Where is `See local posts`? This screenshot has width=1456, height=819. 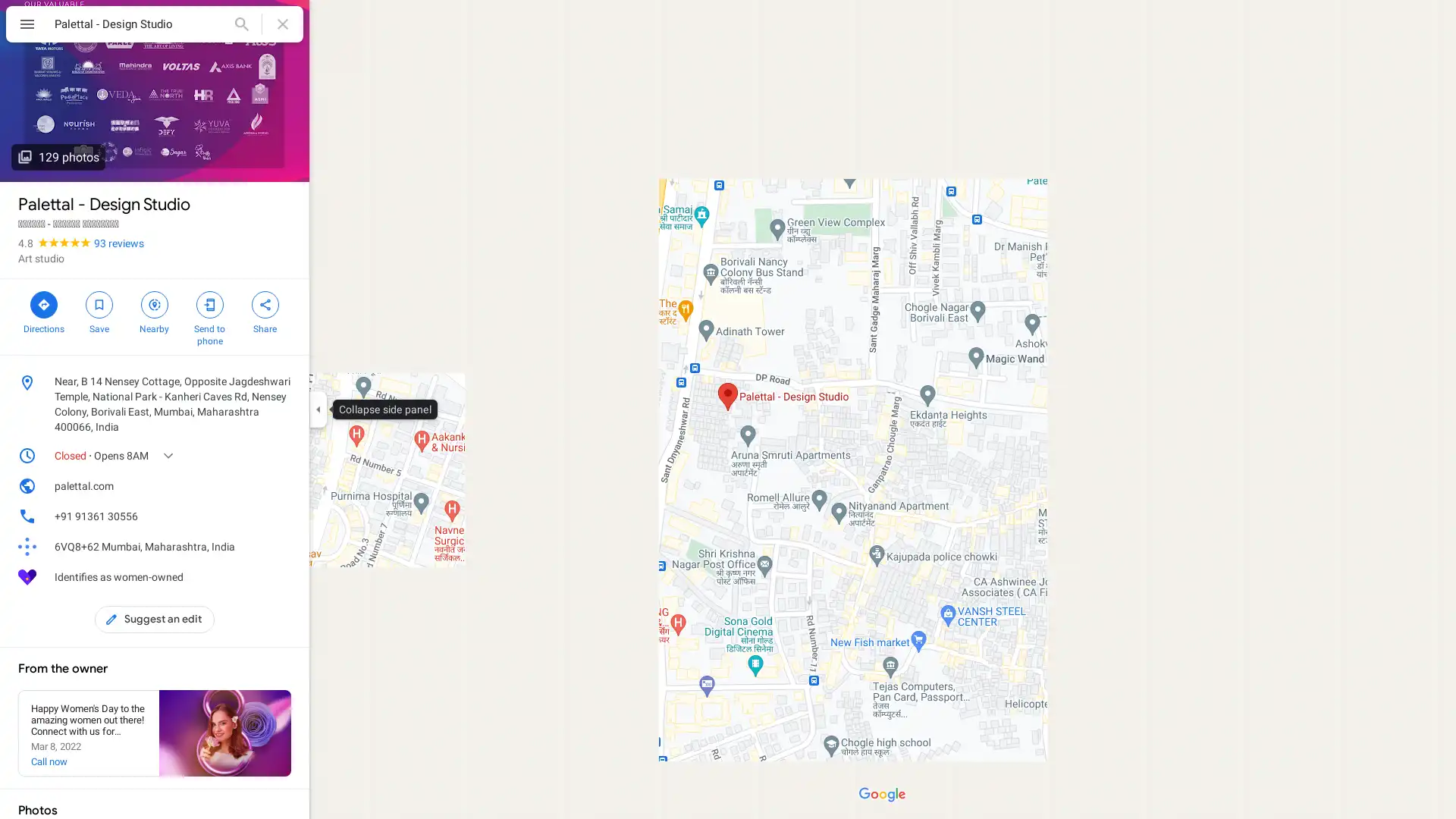
See local posts is located at coordinates (155, 733).